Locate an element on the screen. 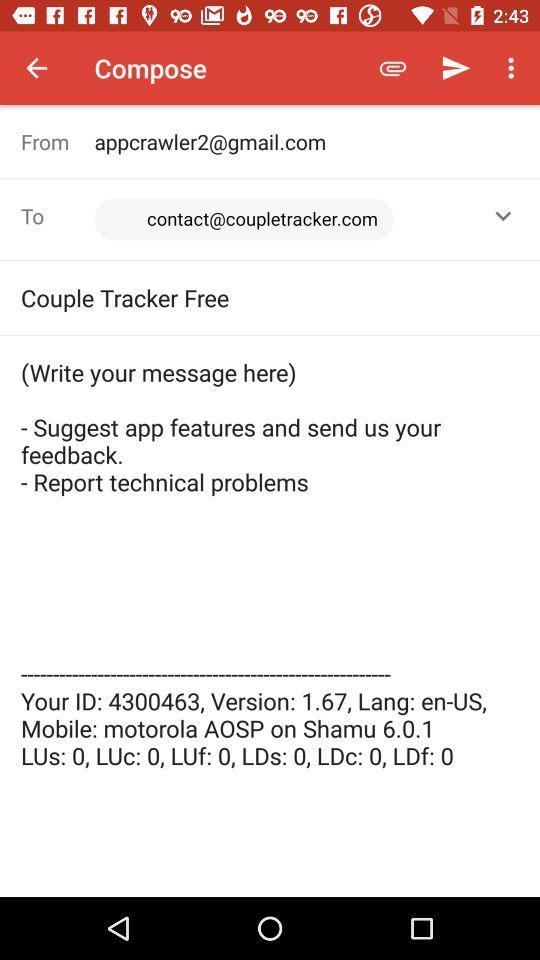 This screenshot has height=960, width=540. the icon to the right of the <contact@coupletracker.com>,  item is located at coordinates (502, 216).